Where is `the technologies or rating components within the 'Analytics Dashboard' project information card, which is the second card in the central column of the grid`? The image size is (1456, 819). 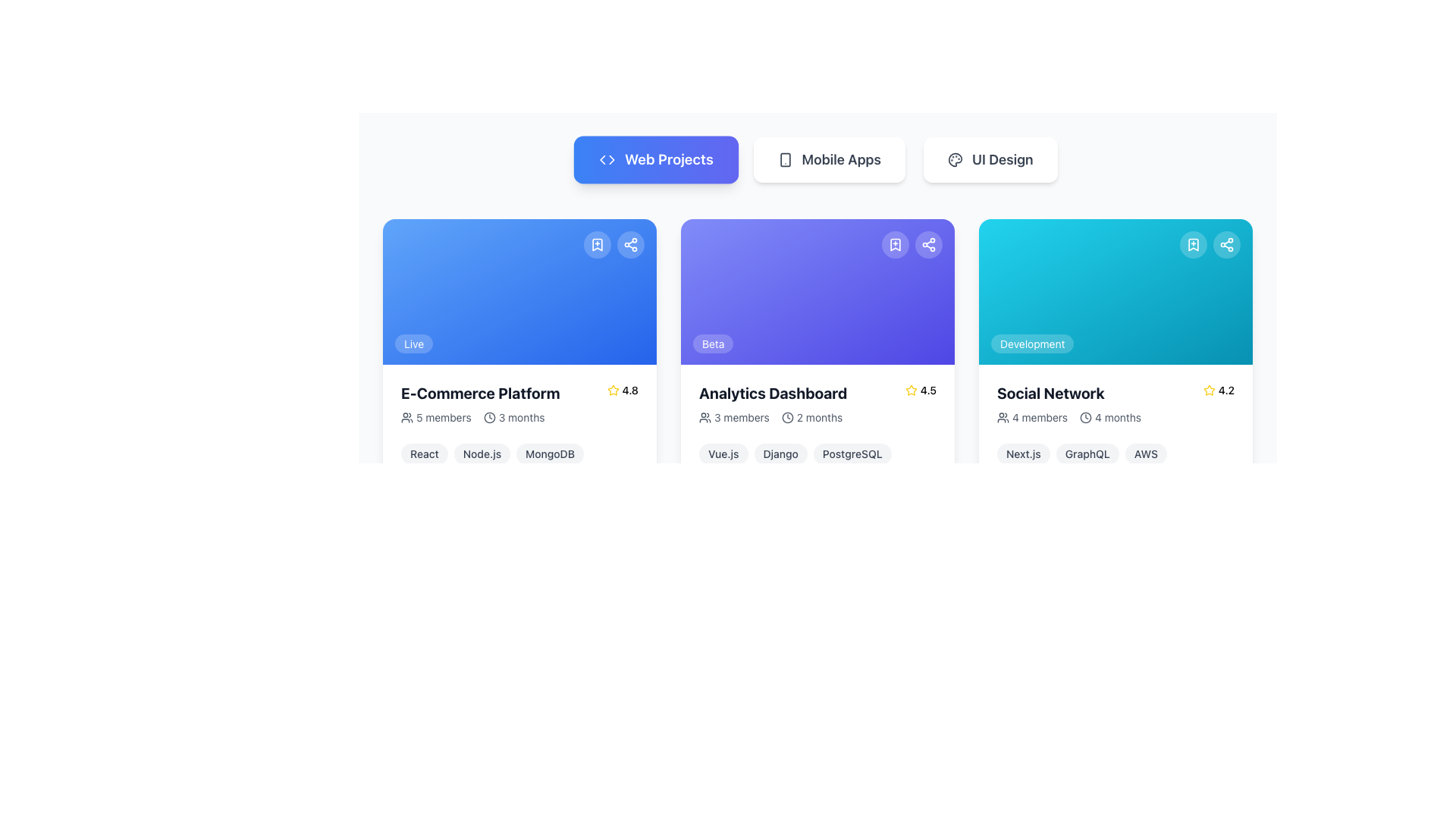
the technologies or rating components within the 'Analytics Dashboard' project information card, which is the second card in the central column of the grid is located at coordinates (817, 377).